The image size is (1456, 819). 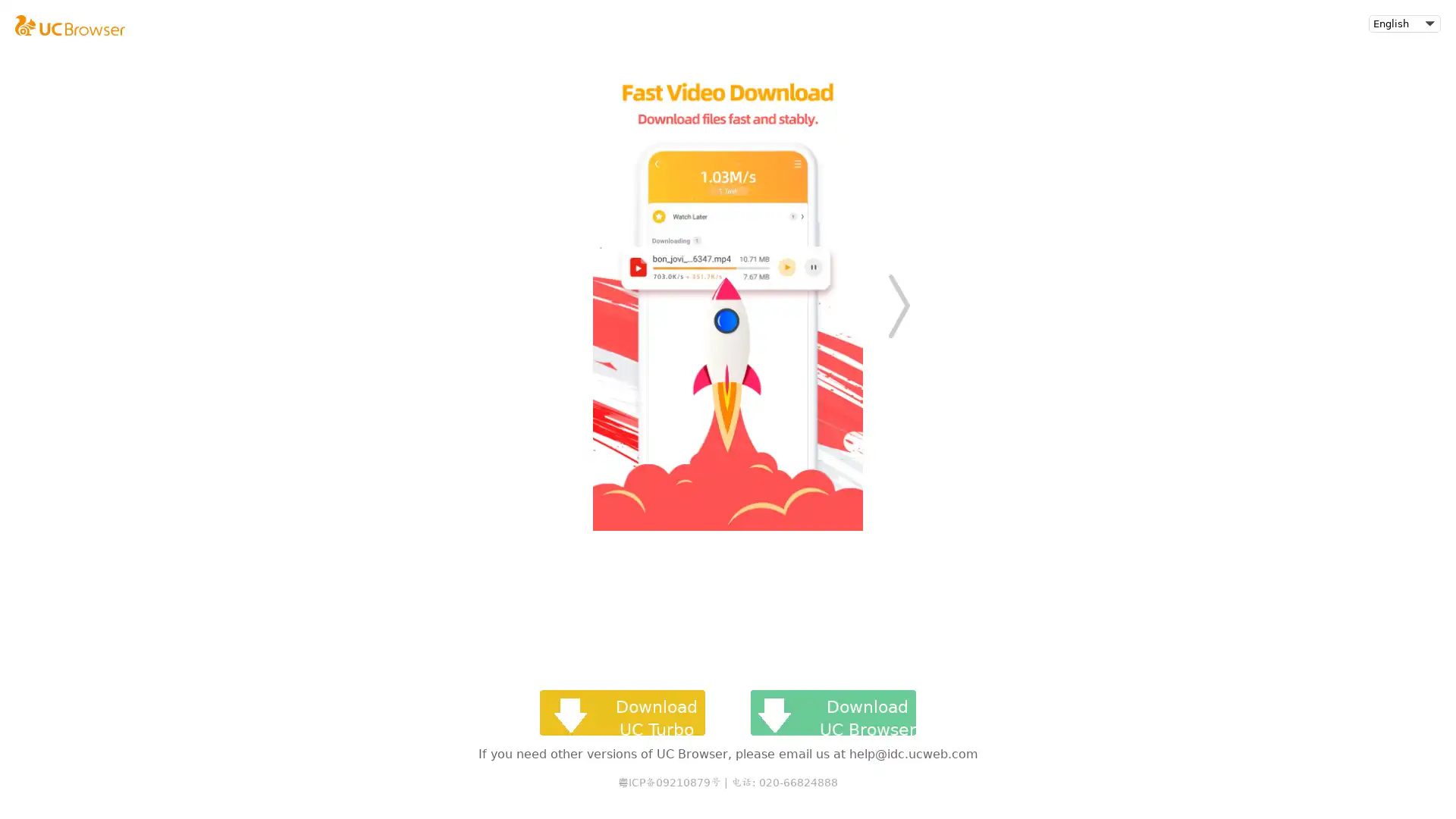 I want to click on Previous slide, so click(x=556, y=306).